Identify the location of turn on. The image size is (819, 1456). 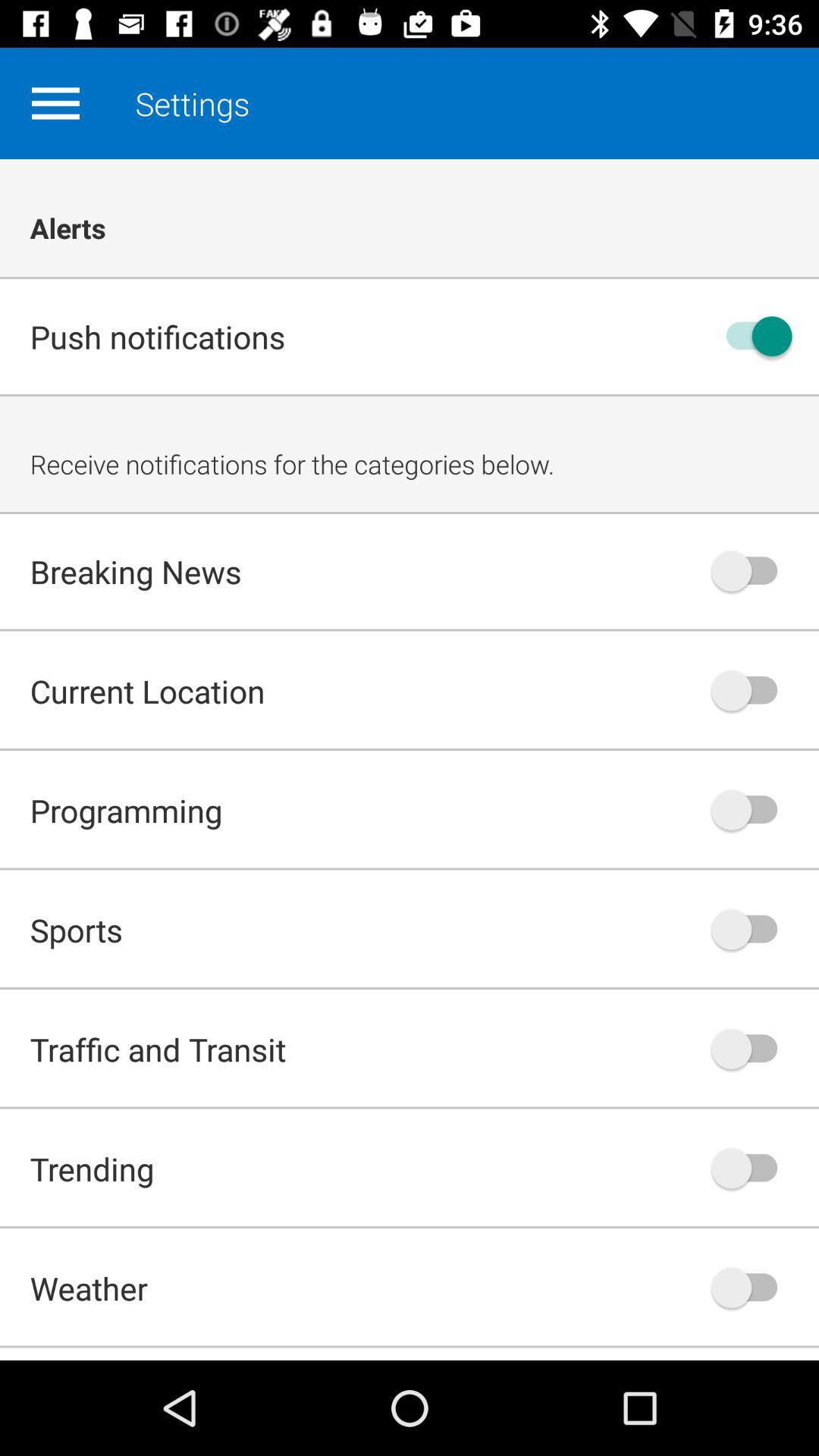
(752, 335).